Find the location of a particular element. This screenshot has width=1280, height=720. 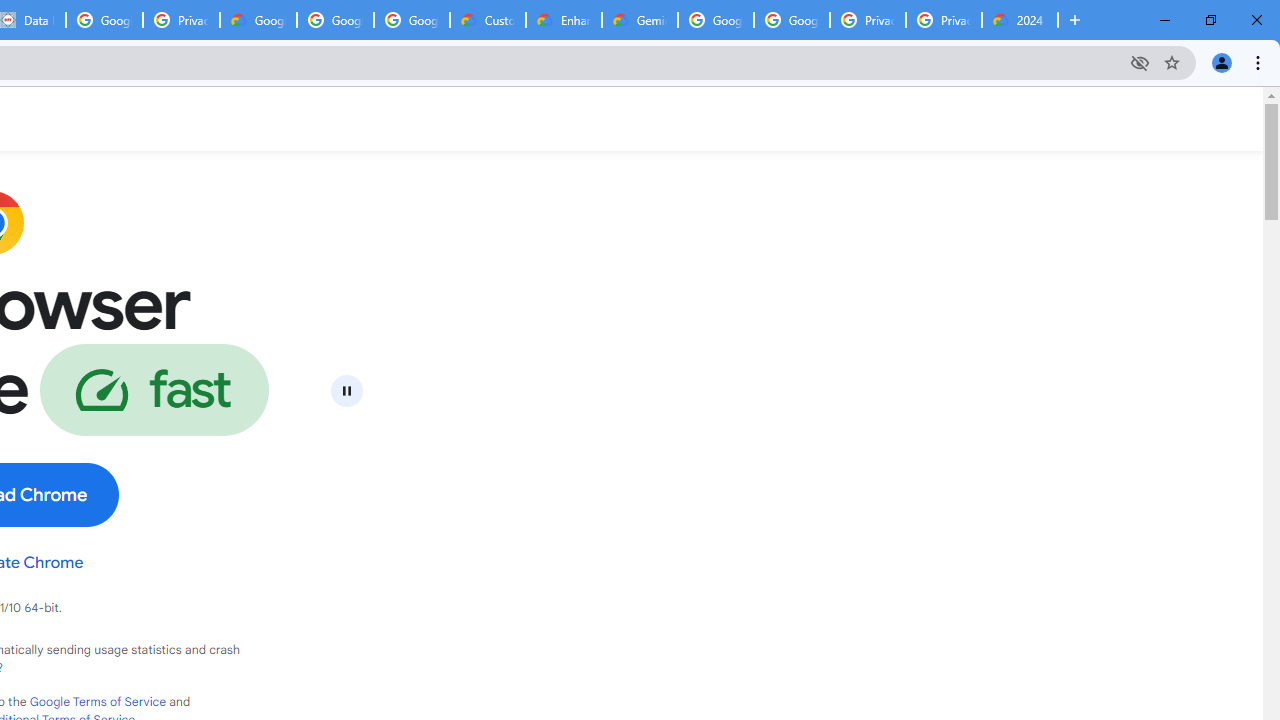

'Google Workspace - Specific Terms' is located at coordinates (411, 20).